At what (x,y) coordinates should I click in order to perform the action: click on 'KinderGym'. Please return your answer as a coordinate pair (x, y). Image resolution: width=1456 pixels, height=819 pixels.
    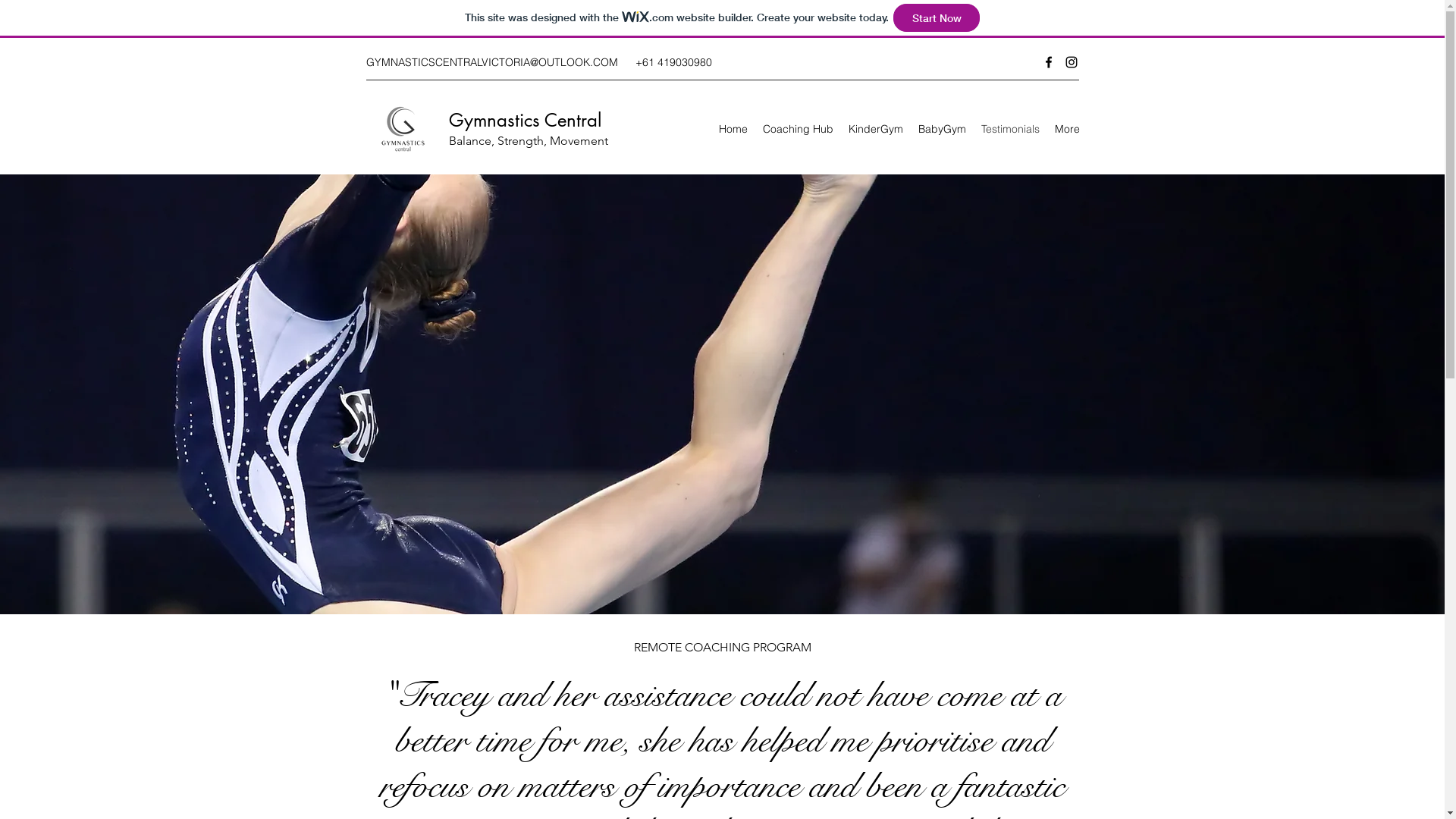
    Looking at the image, I should click on (874, 127).